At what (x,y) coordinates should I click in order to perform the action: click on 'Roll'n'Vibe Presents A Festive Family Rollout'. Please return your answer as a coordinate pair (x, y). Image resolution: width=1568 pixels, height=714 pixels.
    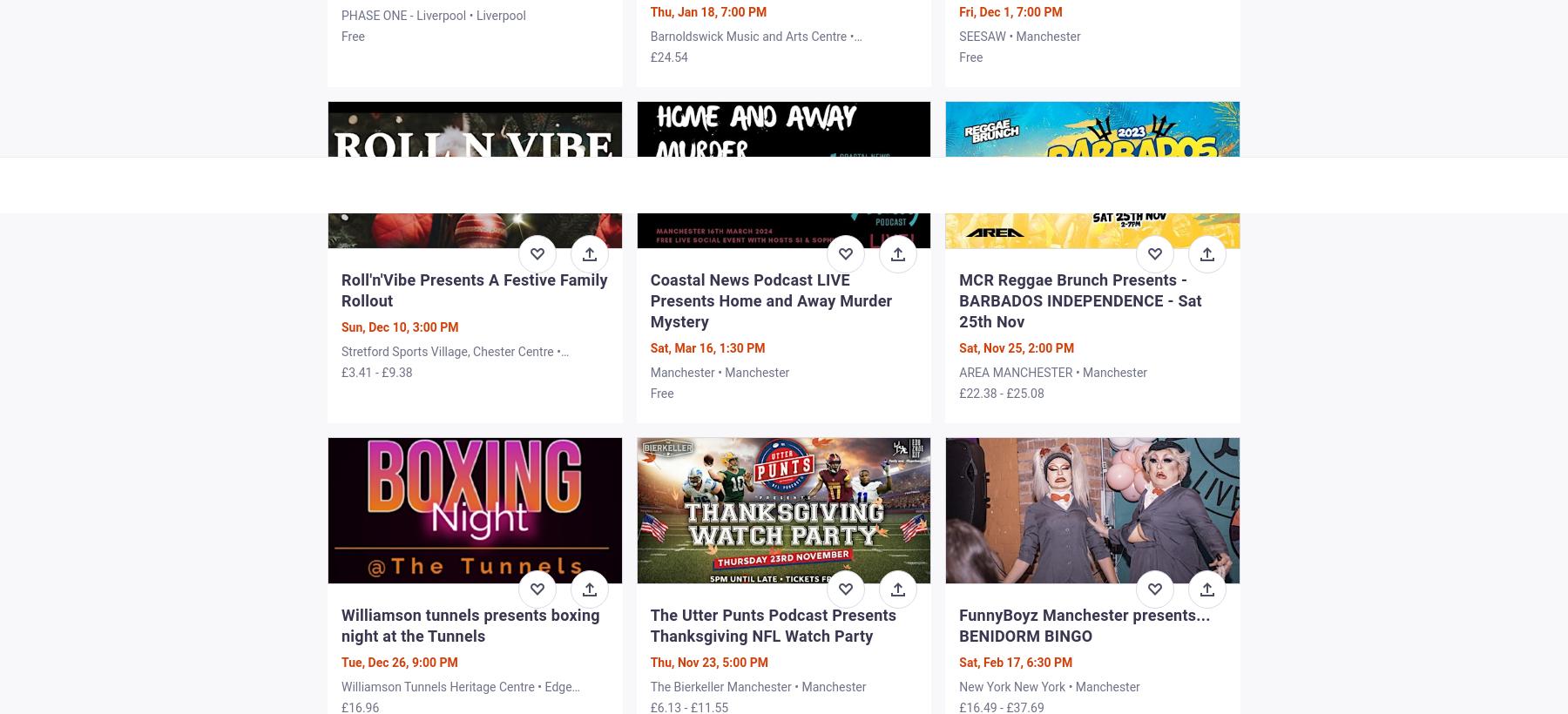
    Looking at the image, I should click on (473, 288).